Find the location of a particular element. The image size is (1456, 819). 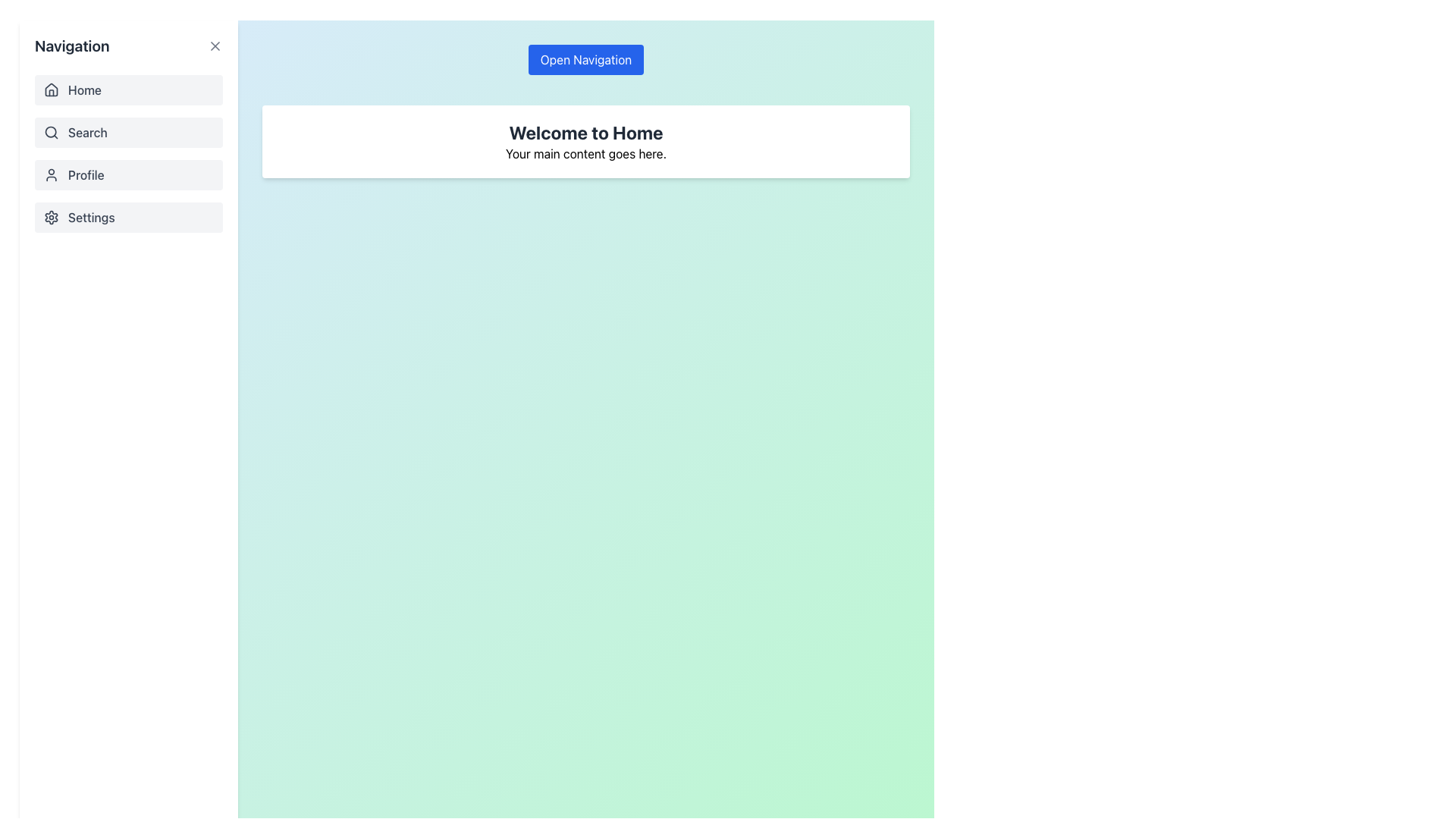

the inner circle of the magnifying glass icon within the 'Search' button group located in the left-side navigation menu is located at coordinates (51, 131).